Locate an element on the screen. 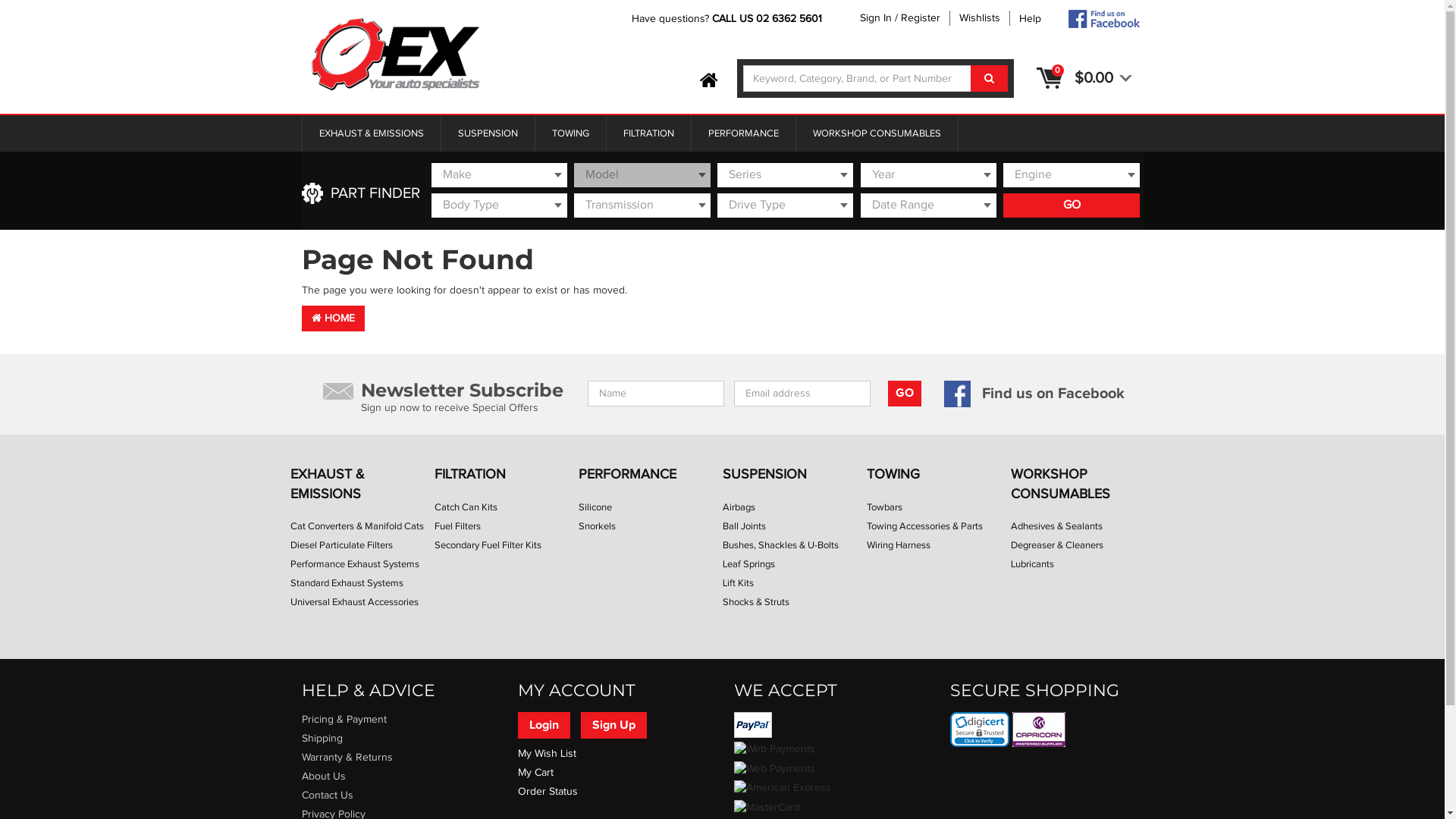 The height and width of the screenshot is (819, 1456). 'Catch Can Kits' is located at coordinates (432, 507).